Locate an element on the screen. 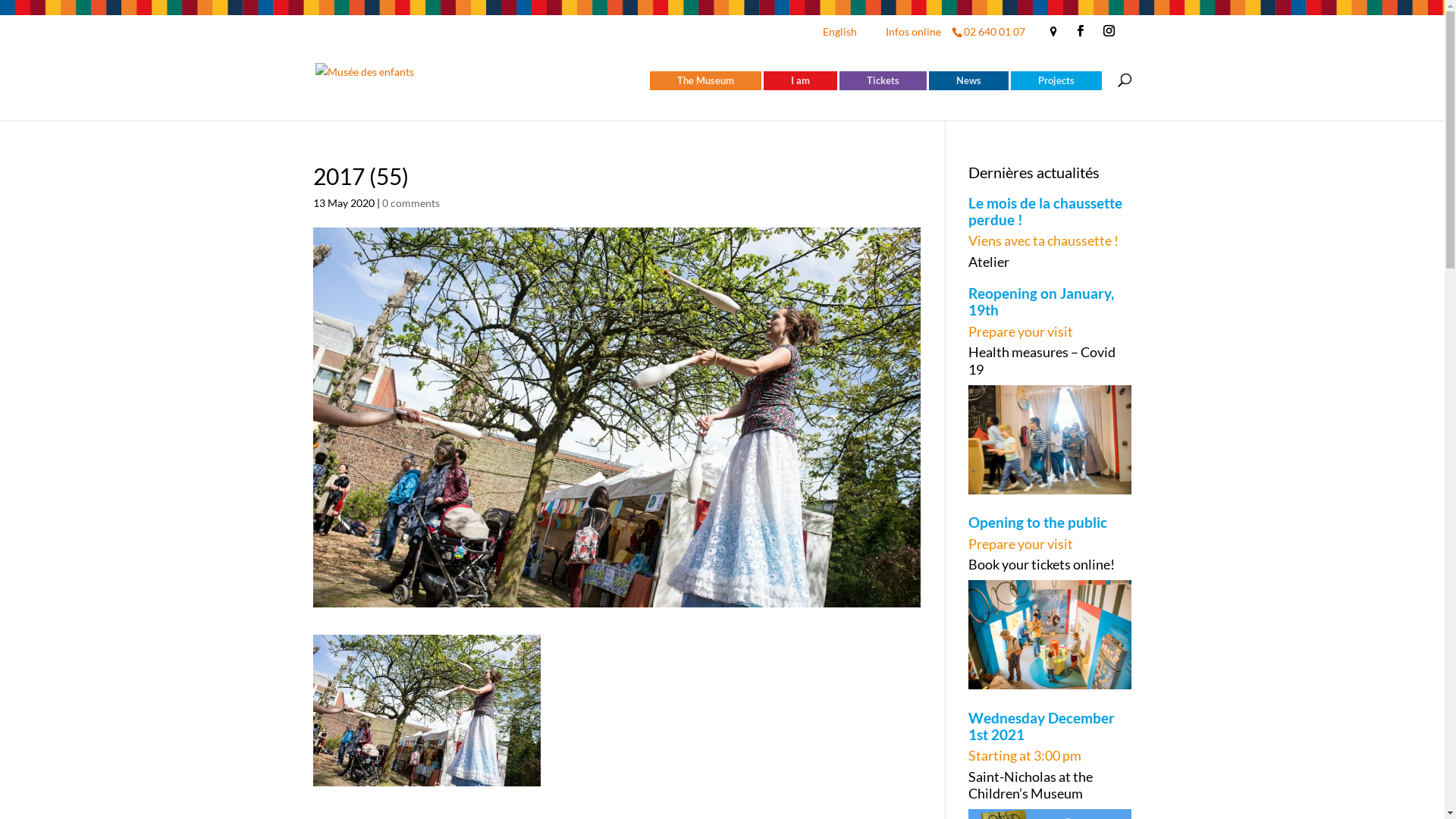  '02 640 01 07' is located at coordinates (993, 31).